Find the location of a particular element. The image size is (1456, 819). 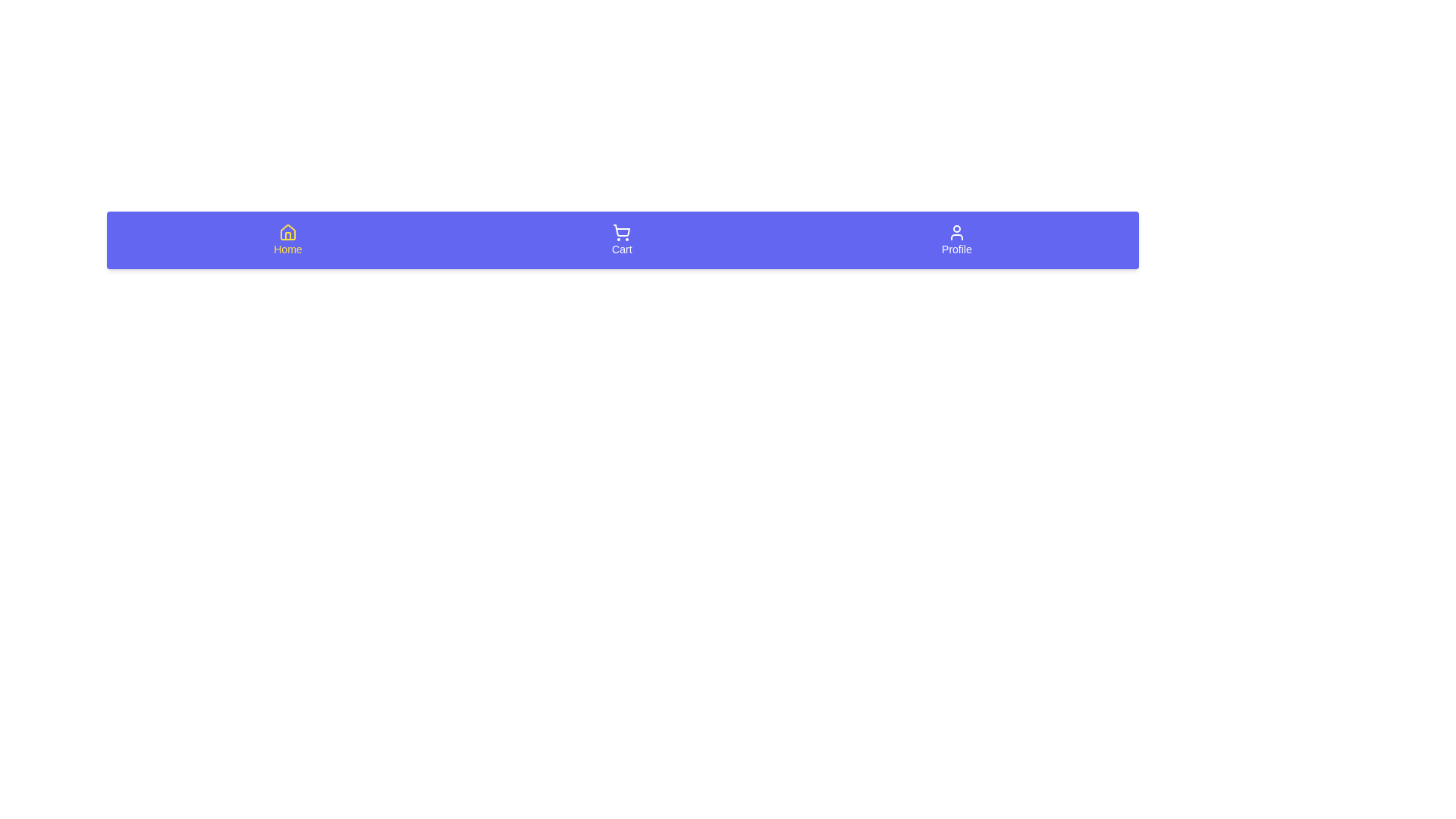

the Profile tab is located at coordinates (955, 239).